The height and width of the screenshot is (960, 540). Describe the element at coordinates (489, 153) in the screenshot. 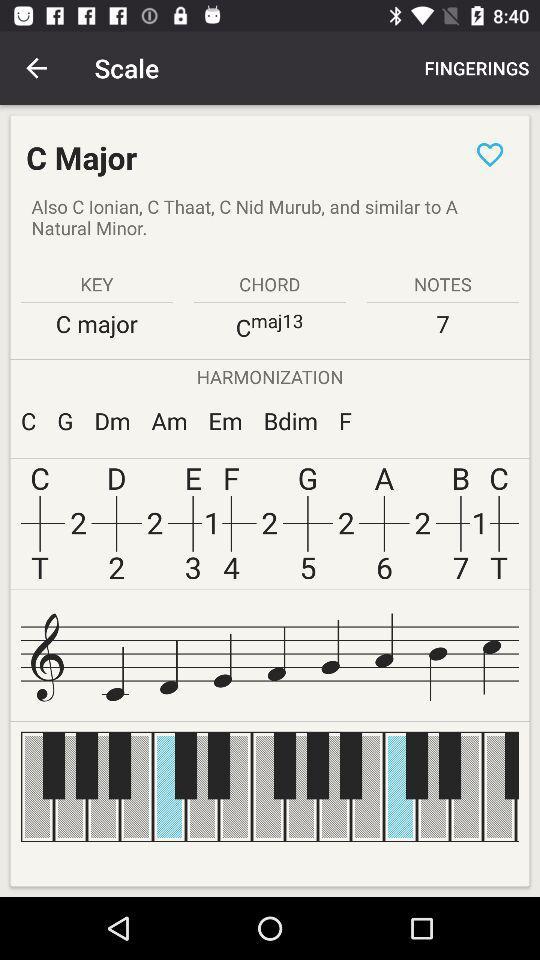

I see `icon below fingerings icon` at that location.